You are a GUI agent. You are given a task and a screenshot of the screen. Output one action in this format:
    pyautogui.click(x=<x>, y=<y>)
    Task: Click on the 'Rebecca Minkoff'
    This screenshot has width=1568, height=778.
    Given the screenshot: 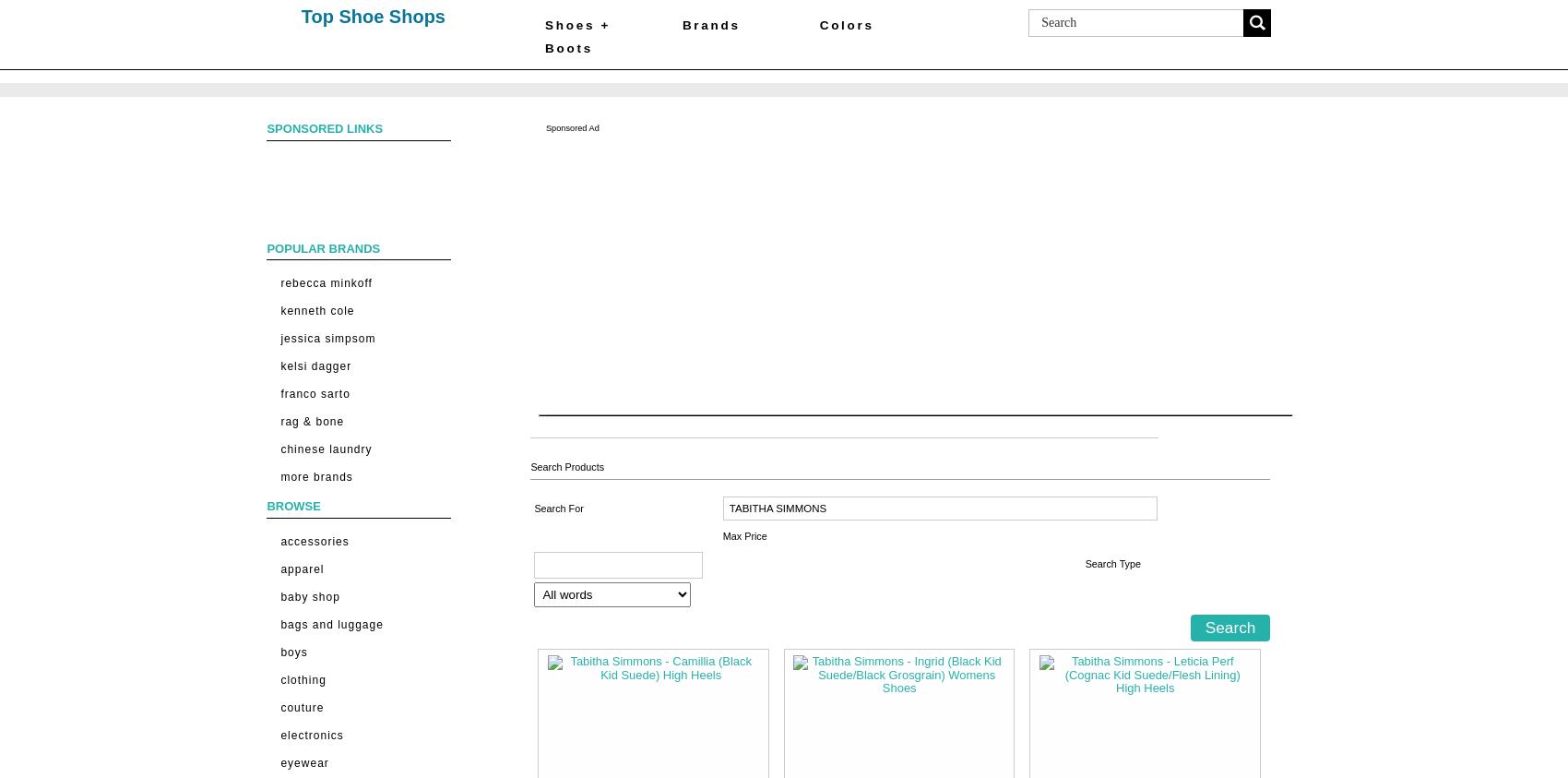 What is the action you would take?
    pyautogui.click(x=325, y=282)
    